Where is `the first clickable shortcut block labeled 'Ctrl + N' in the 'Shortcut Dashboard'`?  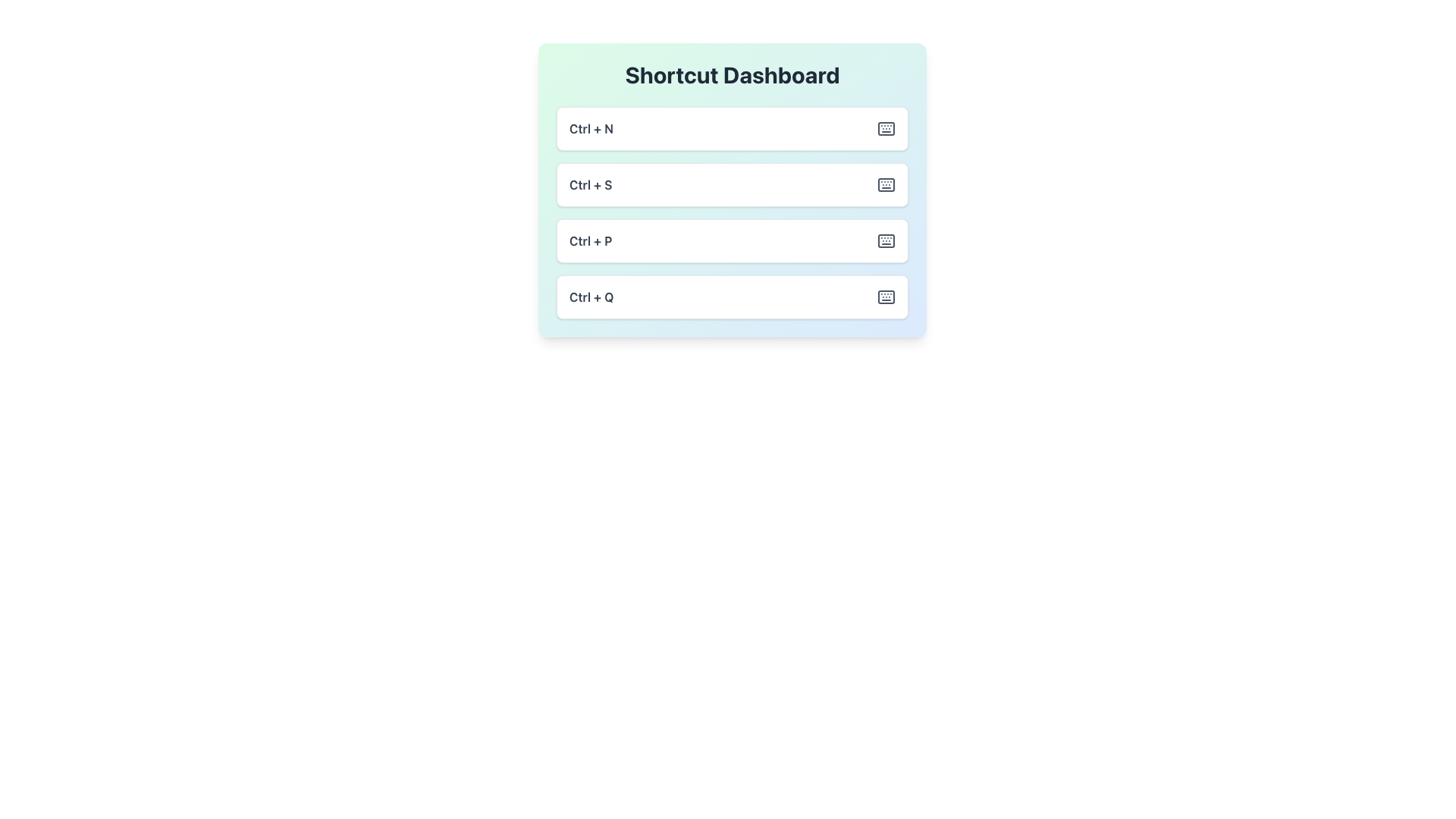
the first clickable shortcut block labeled 'Ctrl + N' in the 'Shortcut Dashboard' is located at coordinates (732, 127).